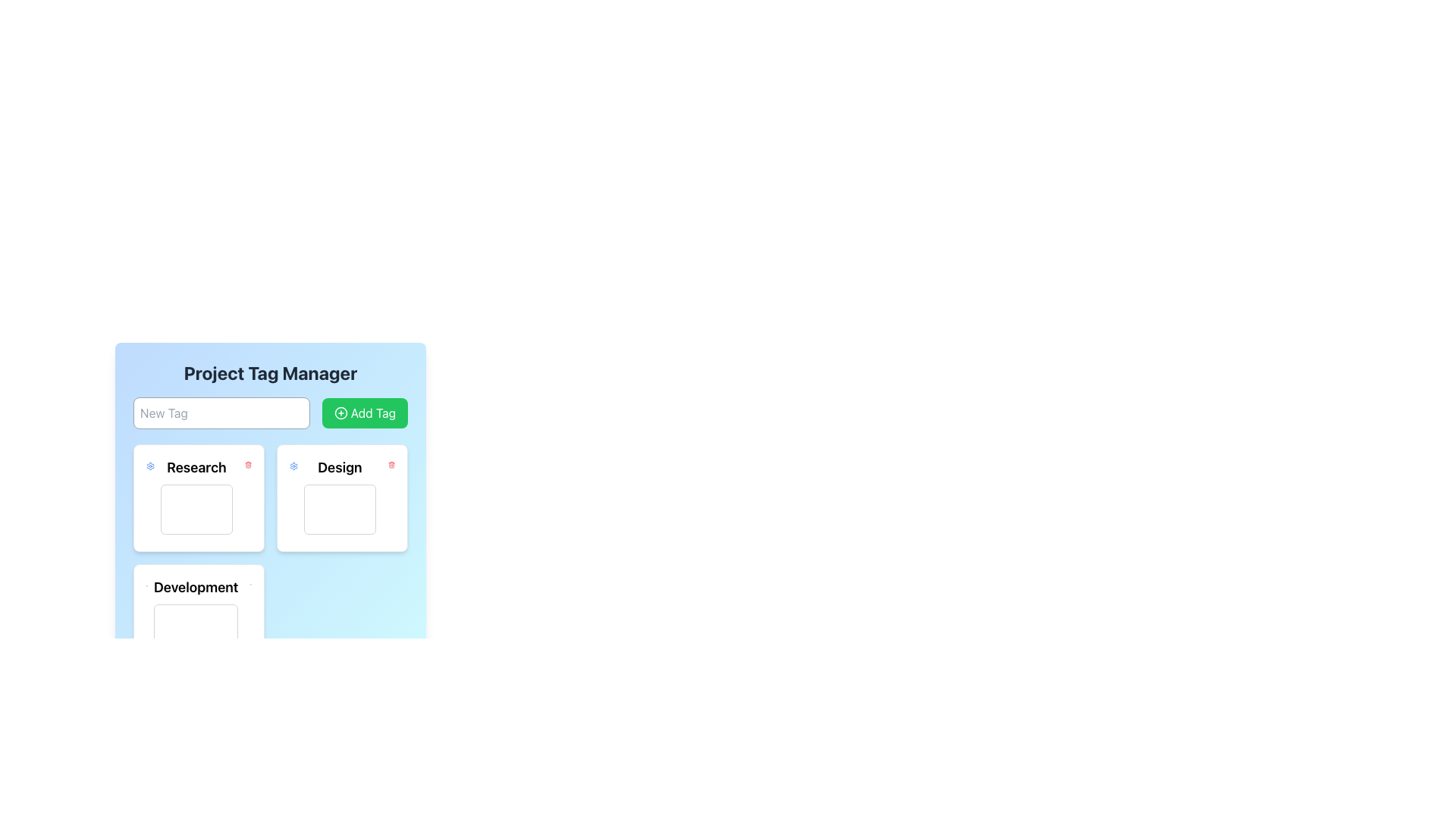  What do you see at coordinates (146, 585) in the screenshot?
I see `the gear-like settings icon located to the left of the 'Development' title within the rectangular card` at bounding box center [146, 585].